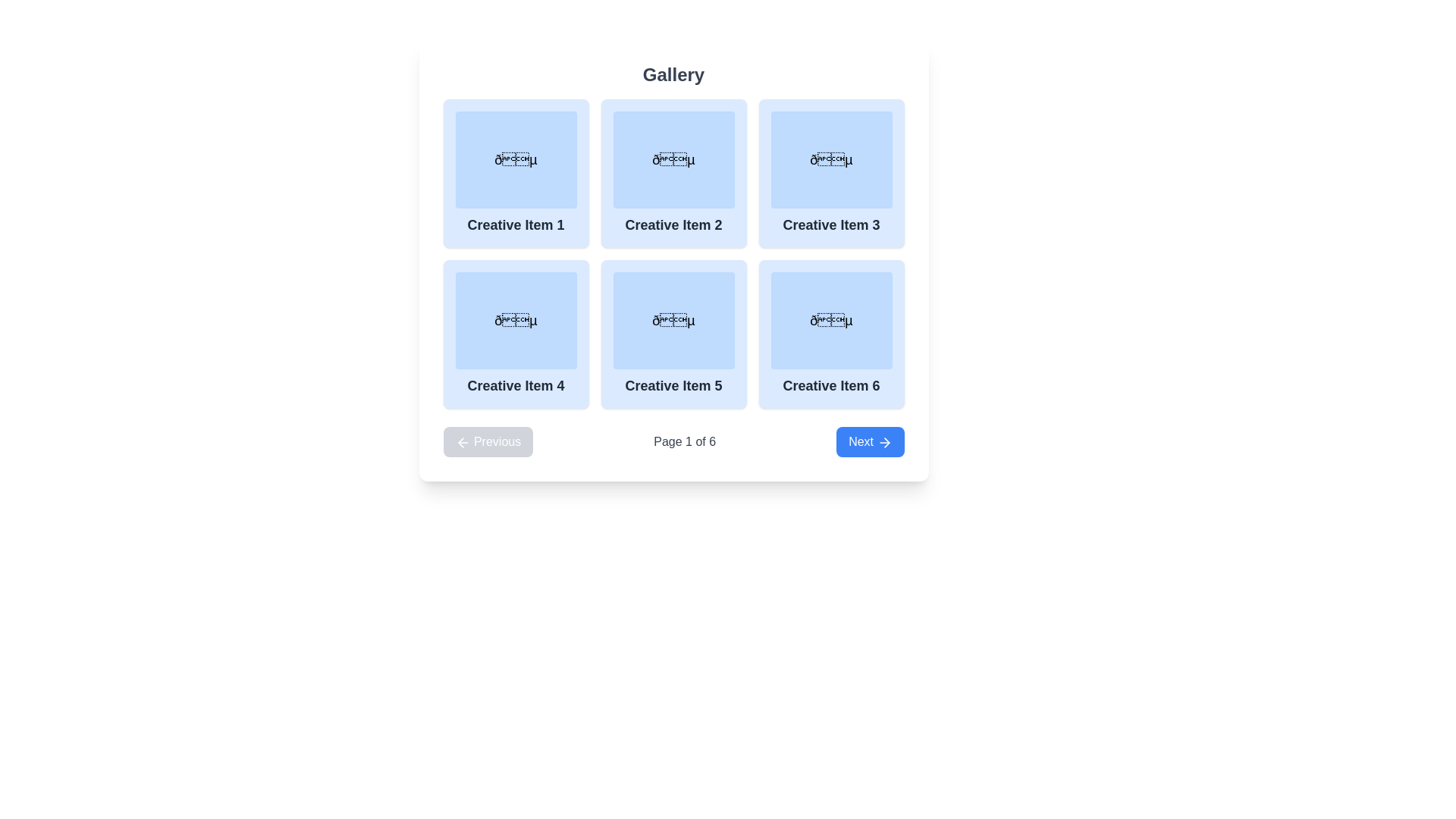 This screenshot has width=1456, height=819. What do you see at coordinates (516, 333) in the screenshot?
I see `the Card component located in the second row and first column of the gallery grid` at bounding box center [516, 333].